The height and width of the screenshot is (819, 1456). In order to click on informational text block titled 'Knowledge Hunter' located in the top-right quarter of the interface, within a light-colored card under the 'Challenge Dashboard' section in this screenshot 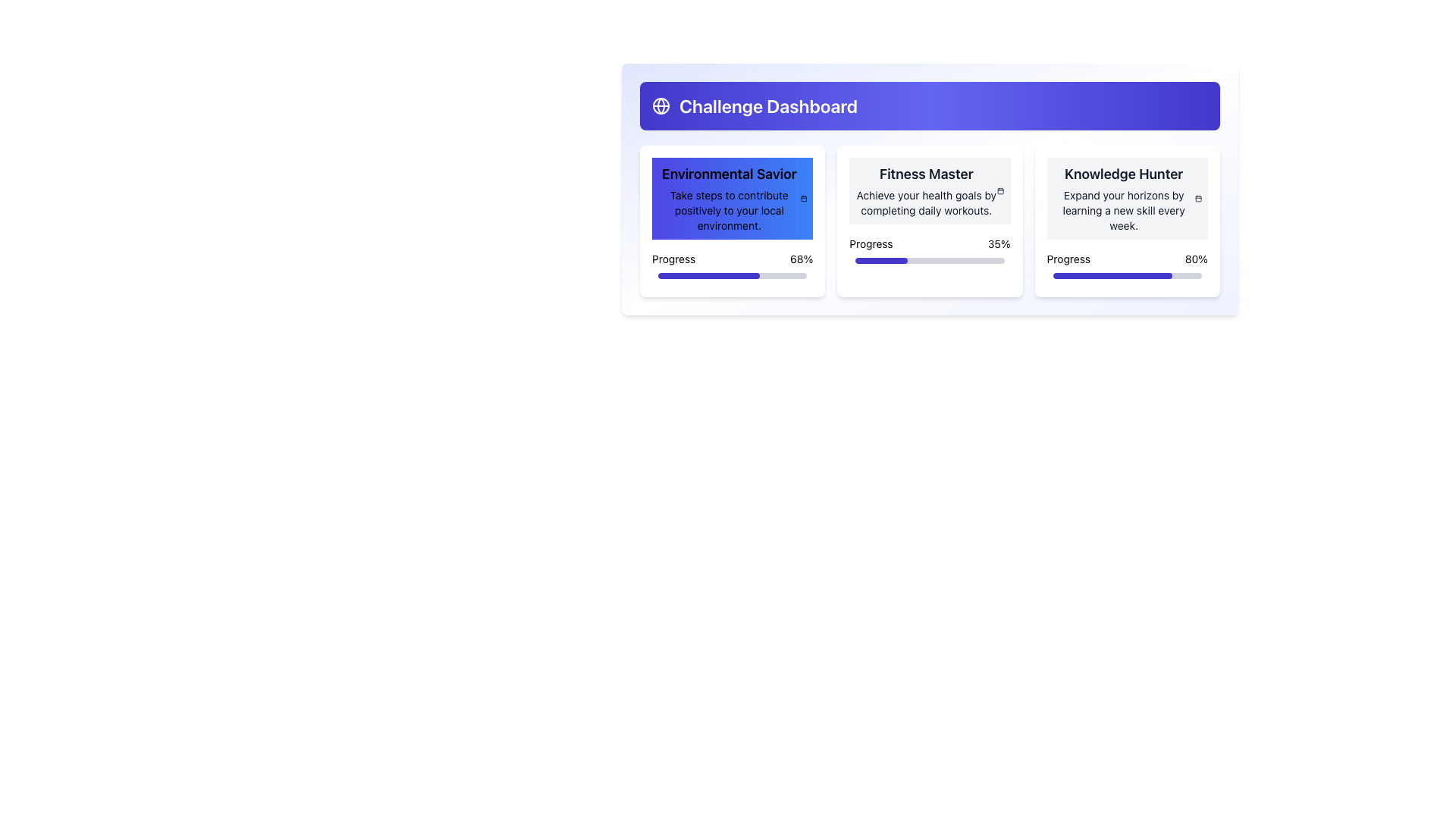, I will do `click(1124, 198)`.